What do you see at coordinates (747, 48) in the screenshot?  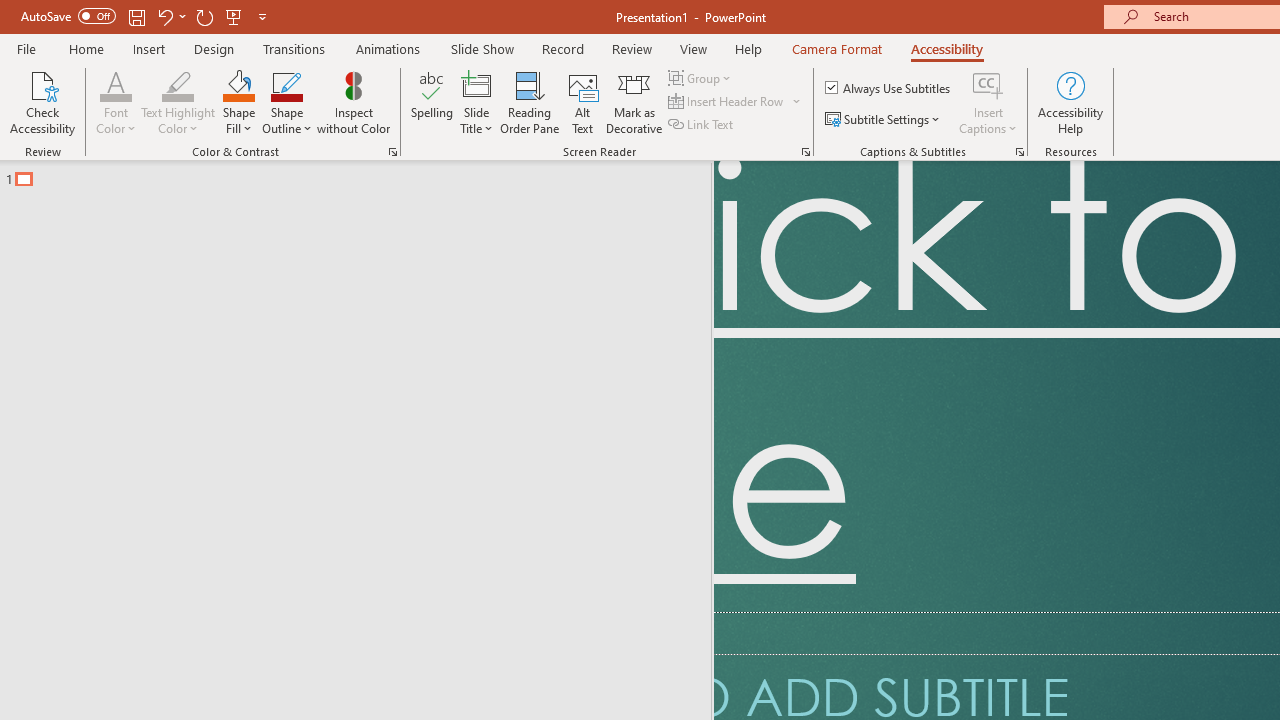 I see `'Help'` at bounding box center [747, 48].